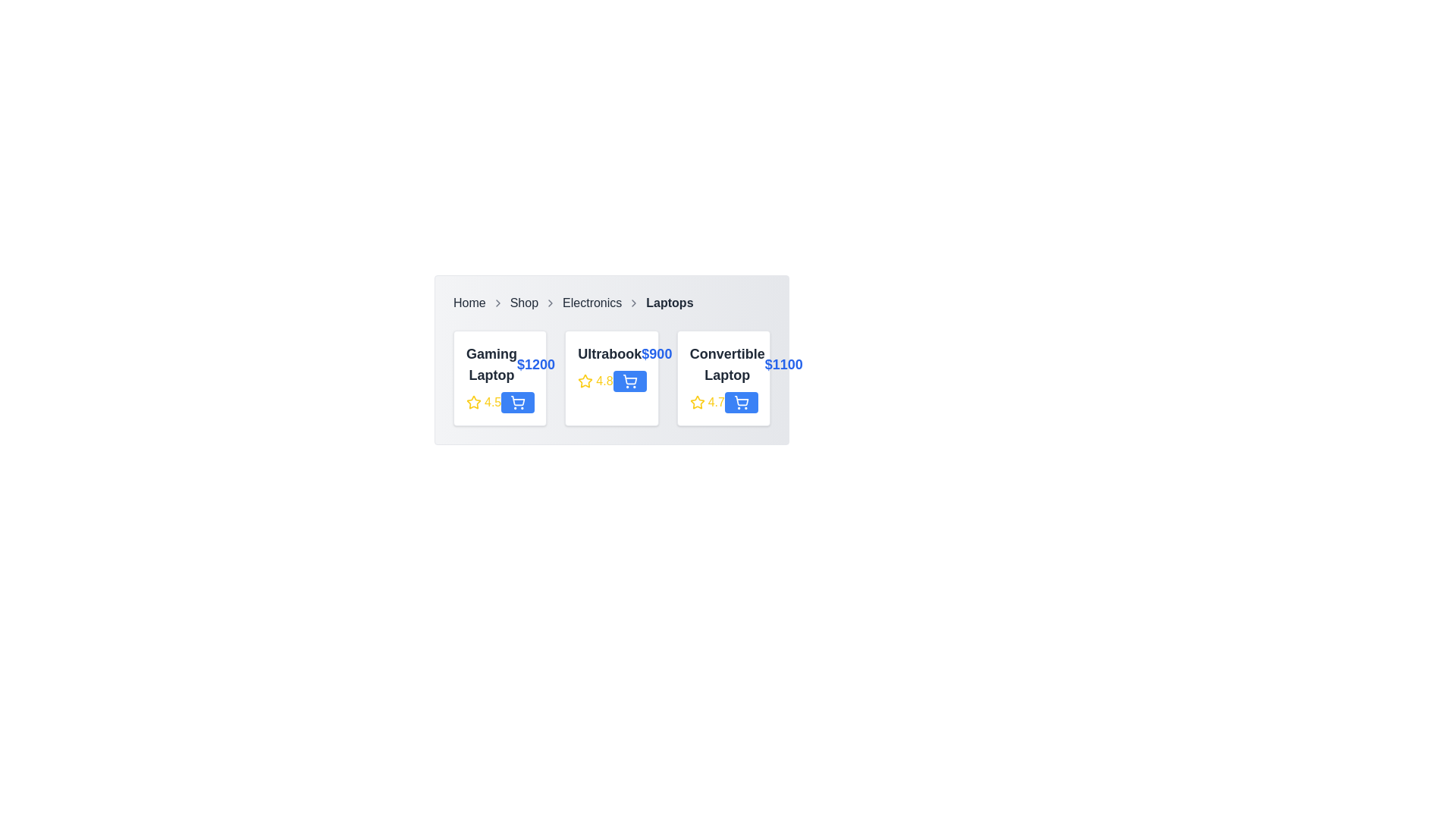 This screenshot has height=819, width=1456. I want to click on the shopping cart icon within the 'Add to Cart' button located at the bottom of the 'Gaming Laptop' card, so click(518, 402).